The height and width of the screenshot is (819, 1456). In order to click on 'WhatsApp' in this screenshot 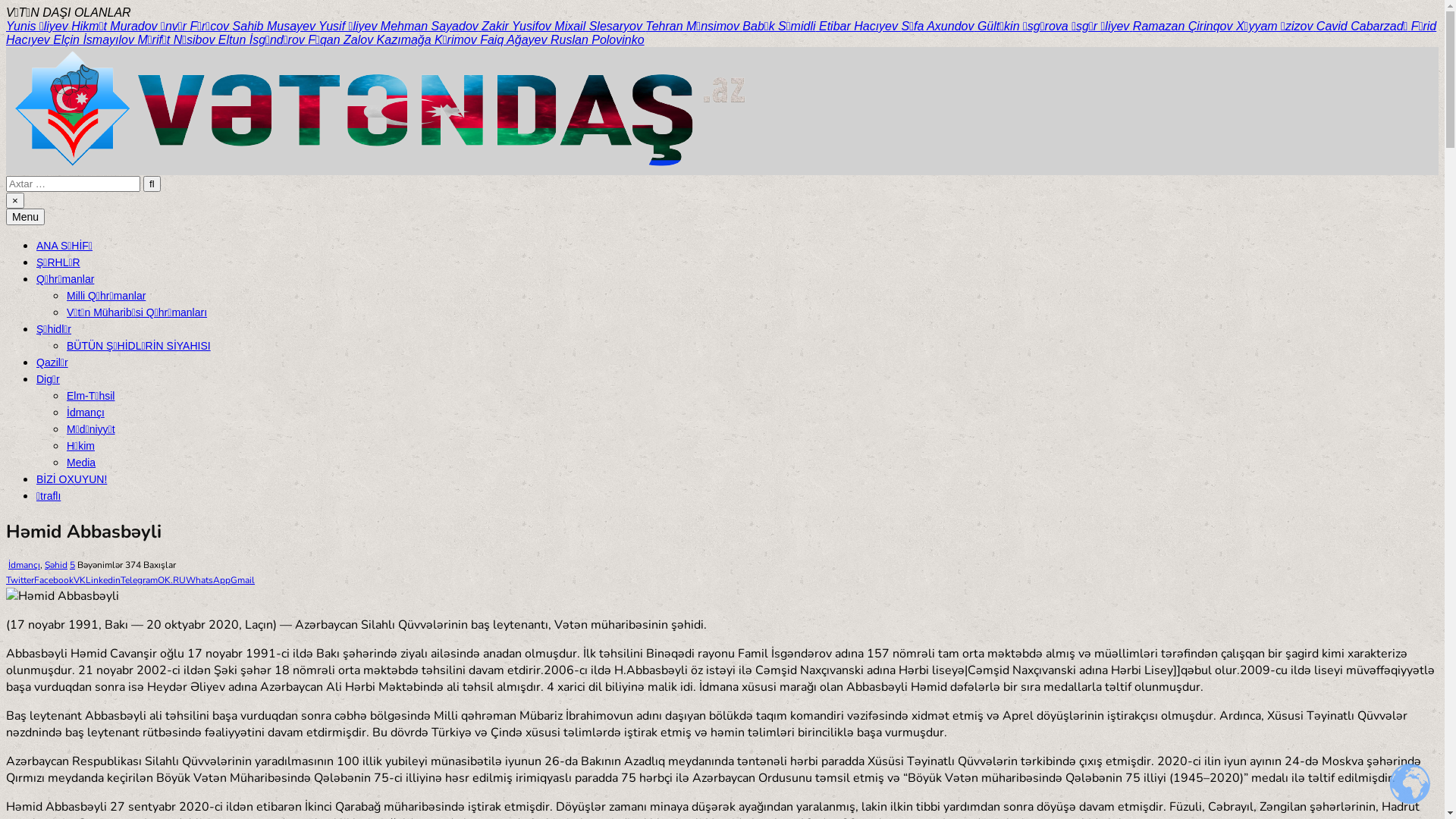, I will do `click(207, 579)`.